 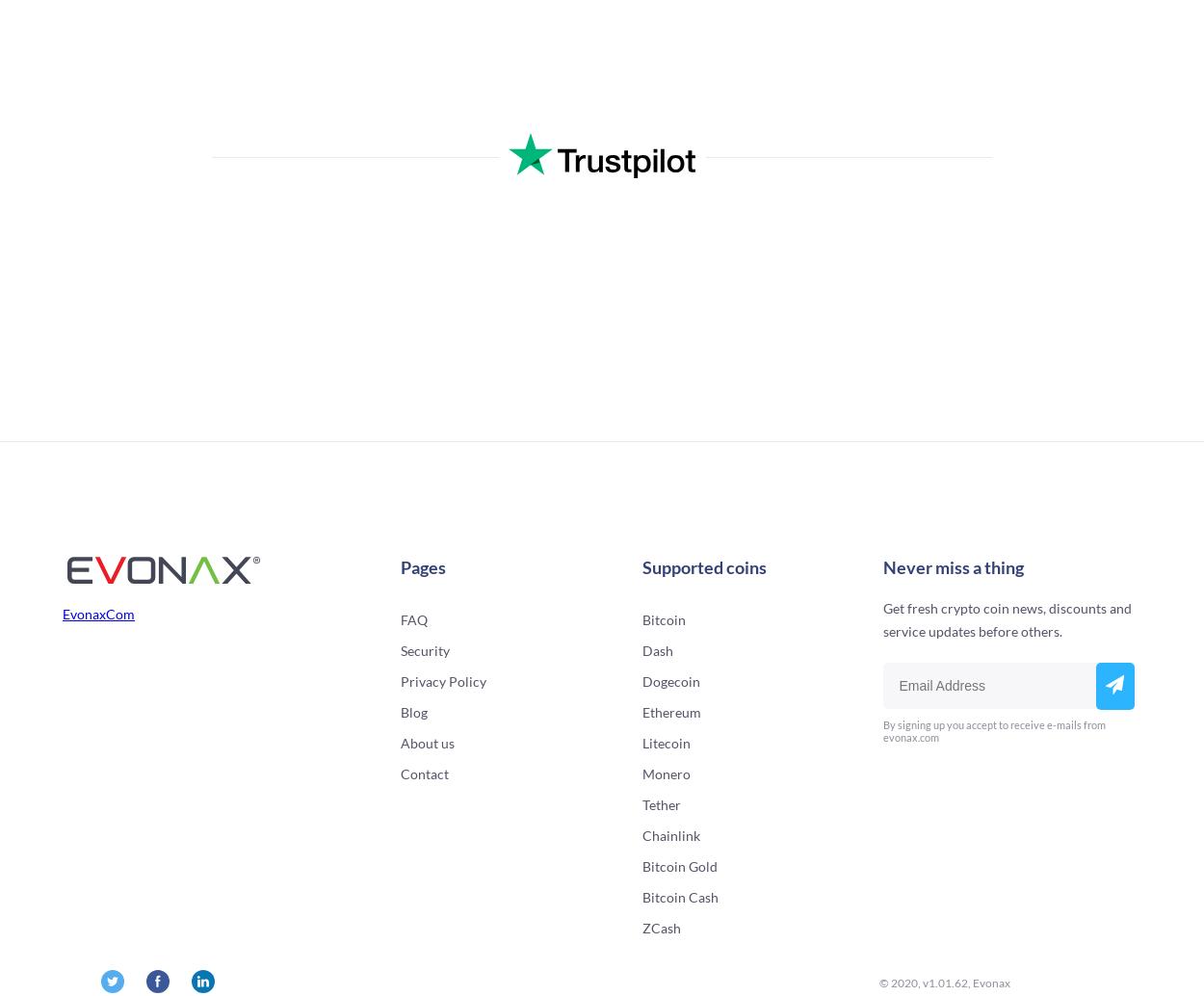 What do you see at coordinates (400, 619) in the screenshot?
I see `'FAQ'` at bounding box center [400, 619].